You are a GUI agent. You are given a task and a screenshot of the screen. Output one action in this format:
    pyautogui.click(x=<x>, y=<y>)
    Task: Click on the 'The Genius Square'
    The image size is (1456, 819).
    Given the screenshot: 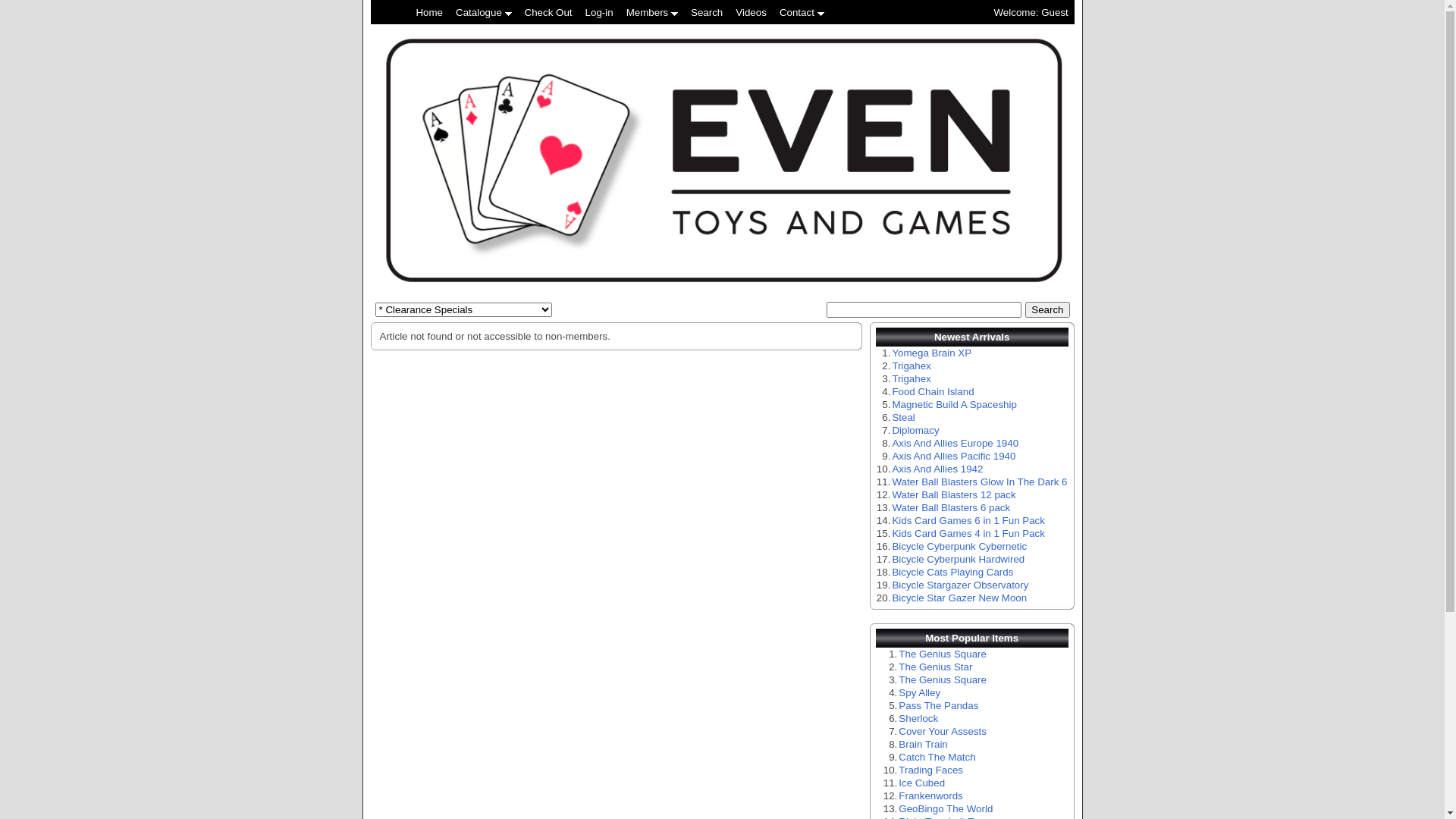 What is the action you would take?
    pyautogui.click(x=942, y=653)
    